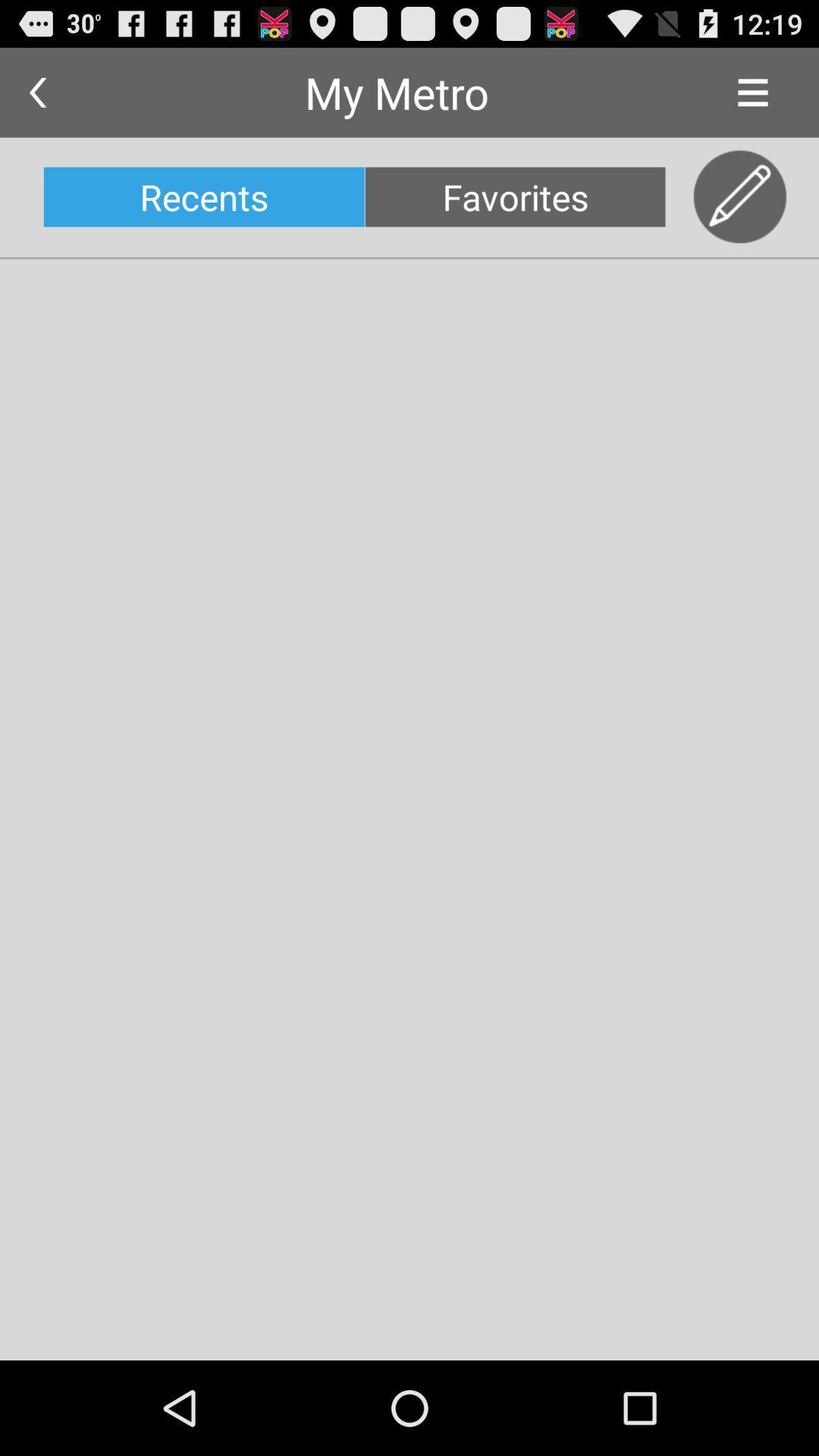  I want to click on the item to the left of my metro, so click(36, 92).